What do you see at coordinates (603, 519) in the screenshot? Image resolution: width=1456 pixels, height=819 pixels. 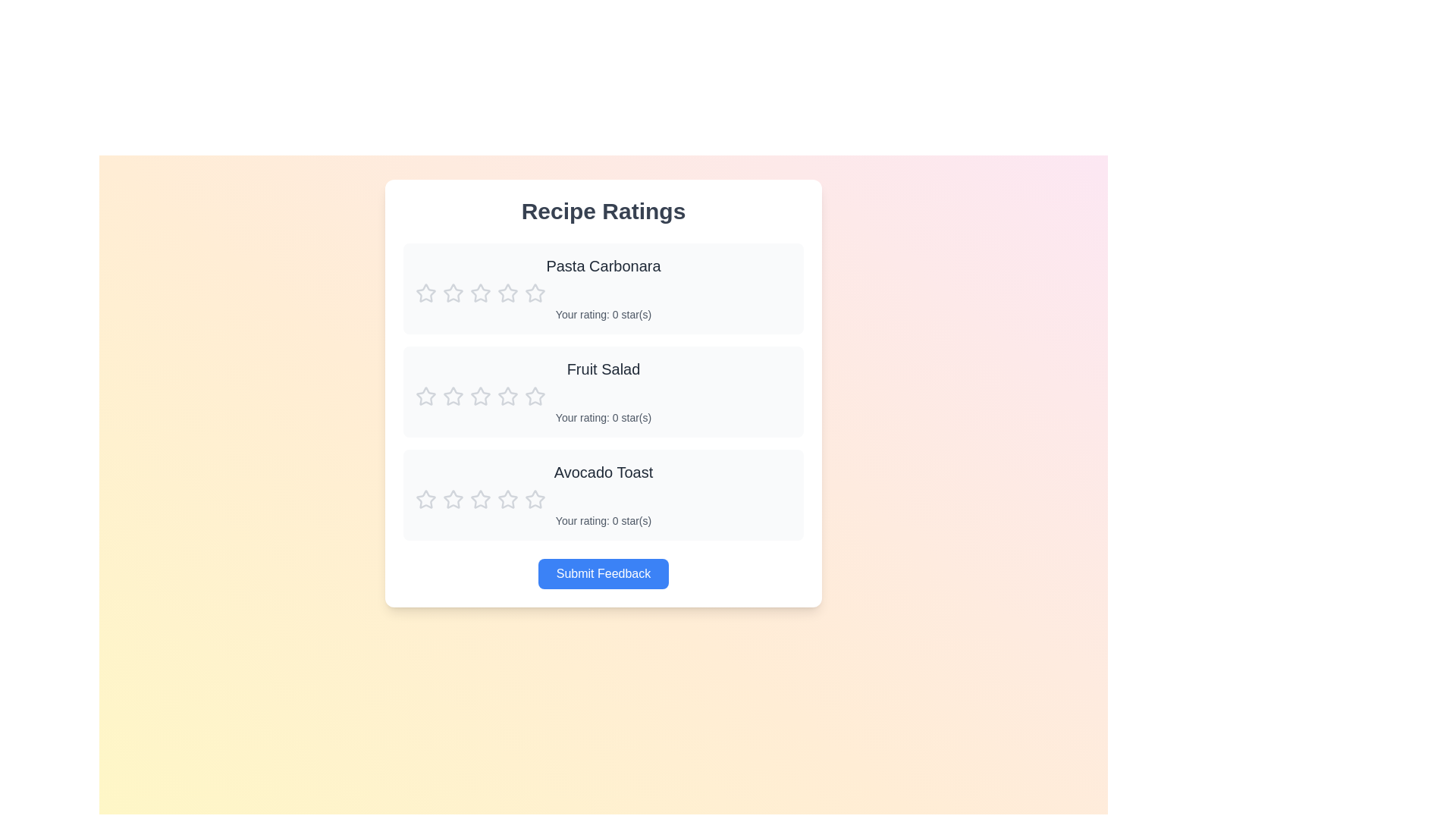 I see `the static text label displaying the current rating for 'Avocado Toast' located at the bottom of the card, centered below the star rating elements` at bounding box center [603, 519].